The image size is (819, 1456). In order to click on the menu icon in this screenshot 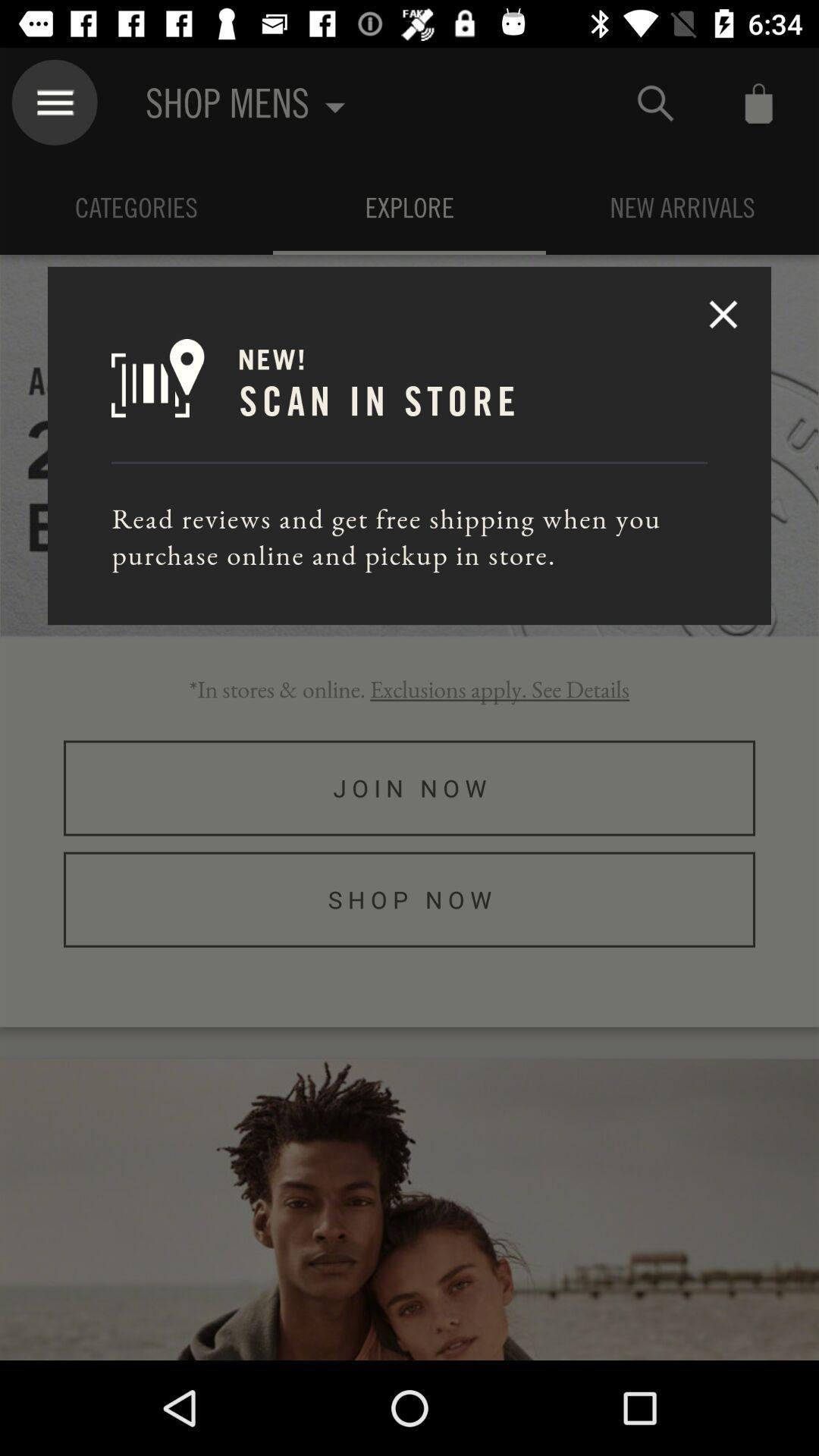, I will do `click(55, 102)`.